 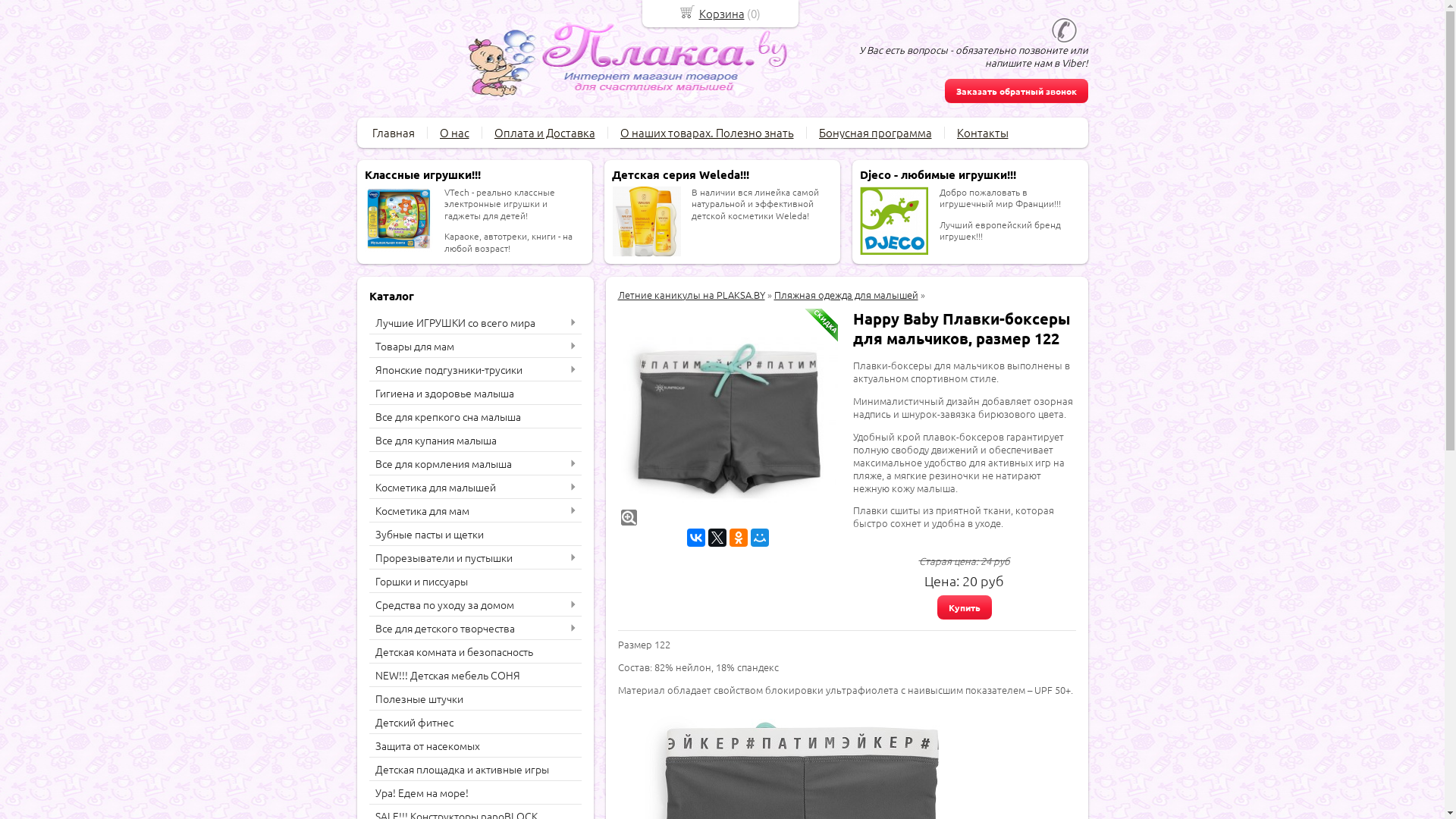 I want to click on 'Twitter', so click(x=716, y=537).